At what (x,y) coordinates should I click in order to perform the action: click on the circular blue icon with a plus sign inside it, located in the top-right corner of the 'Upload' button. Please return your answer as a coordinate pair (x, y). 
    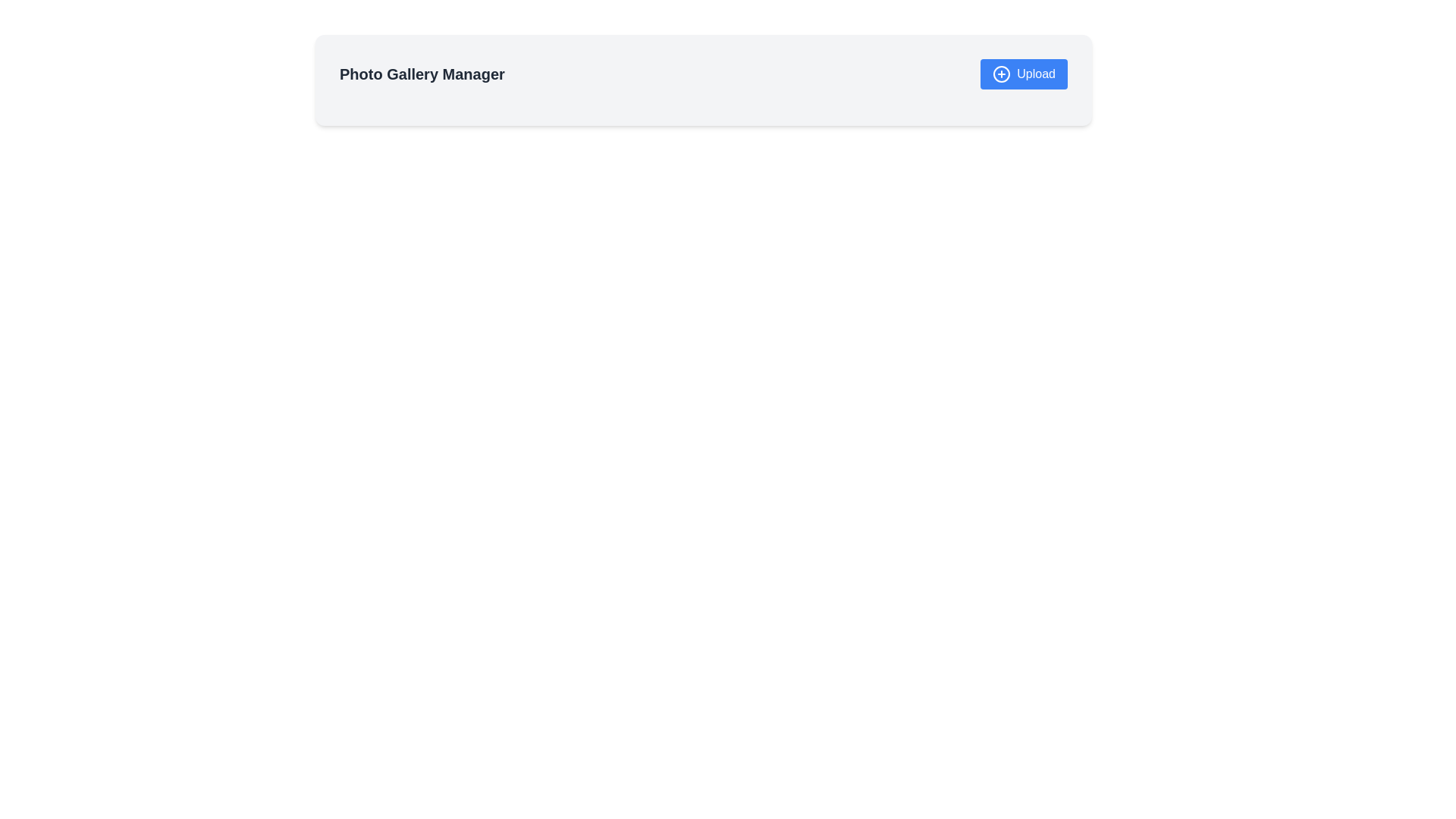
    Looking at the image, I should click on (1002, 74).